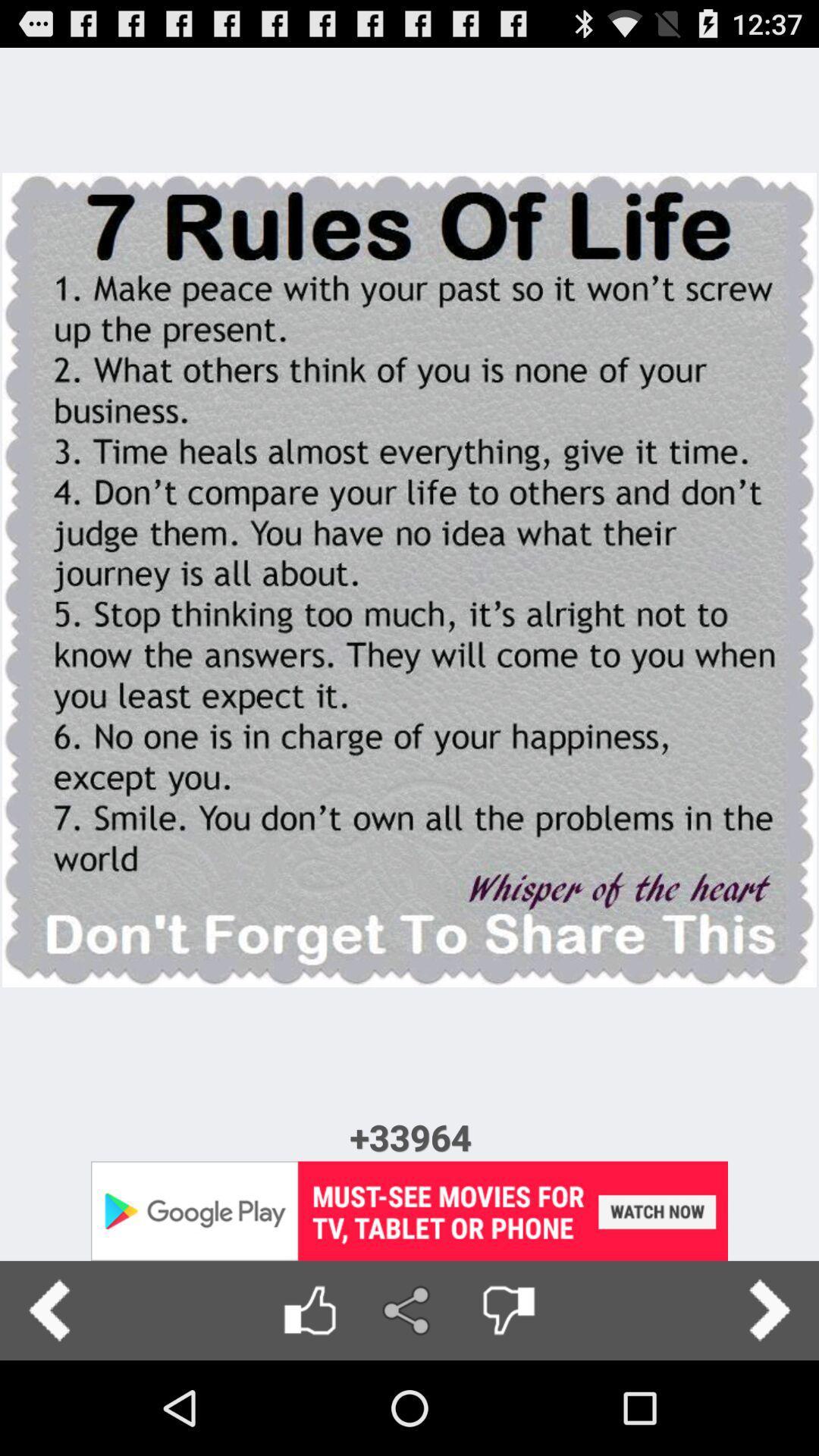 The image size is (819, 1456). Describe the element at coordinates (309, 1310) in the screenshot. I see `like` at that location.